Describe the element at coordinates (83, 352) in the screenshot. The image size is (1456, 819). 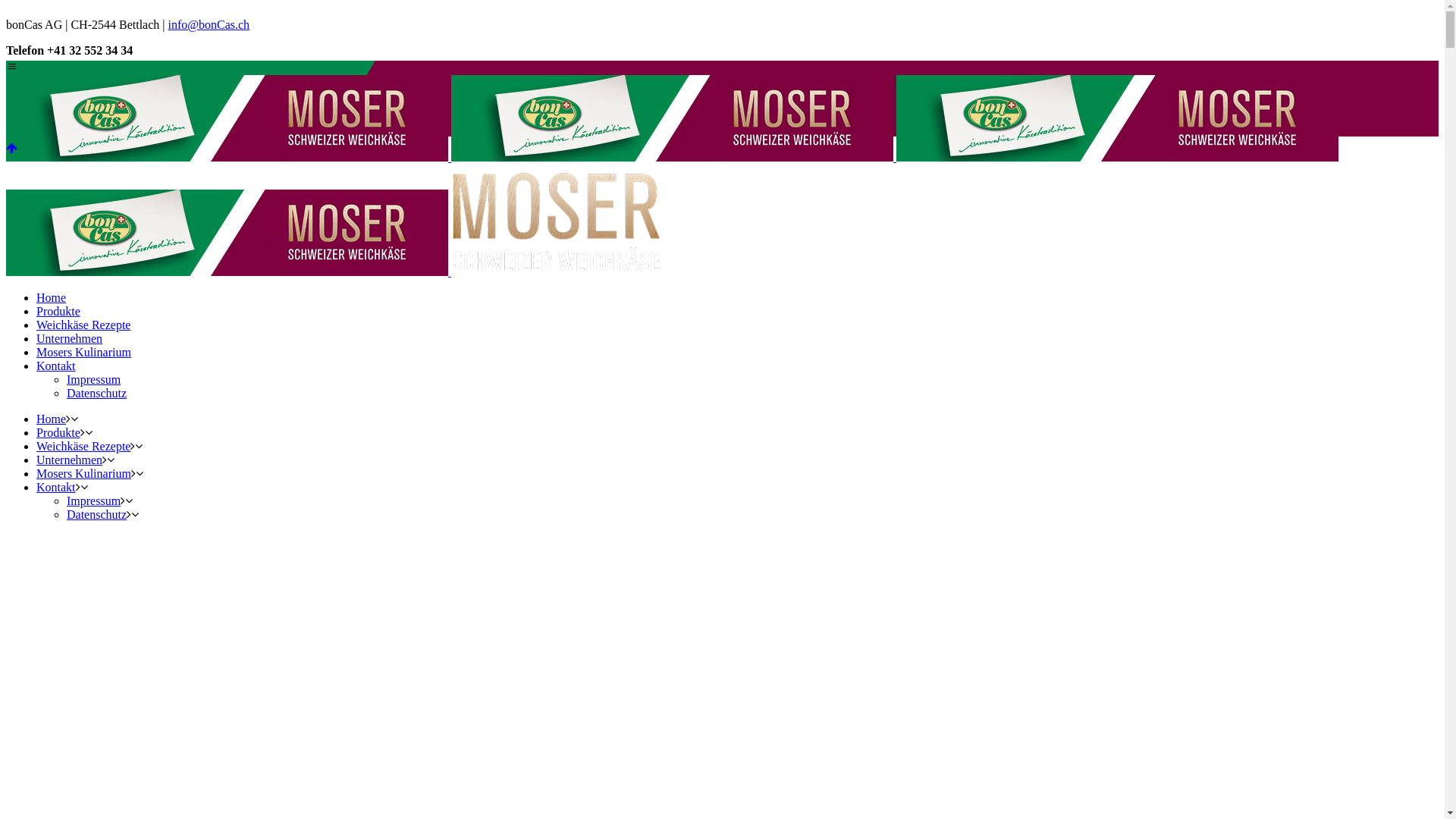
I see `'Mosers Kulinarium'` at that location.